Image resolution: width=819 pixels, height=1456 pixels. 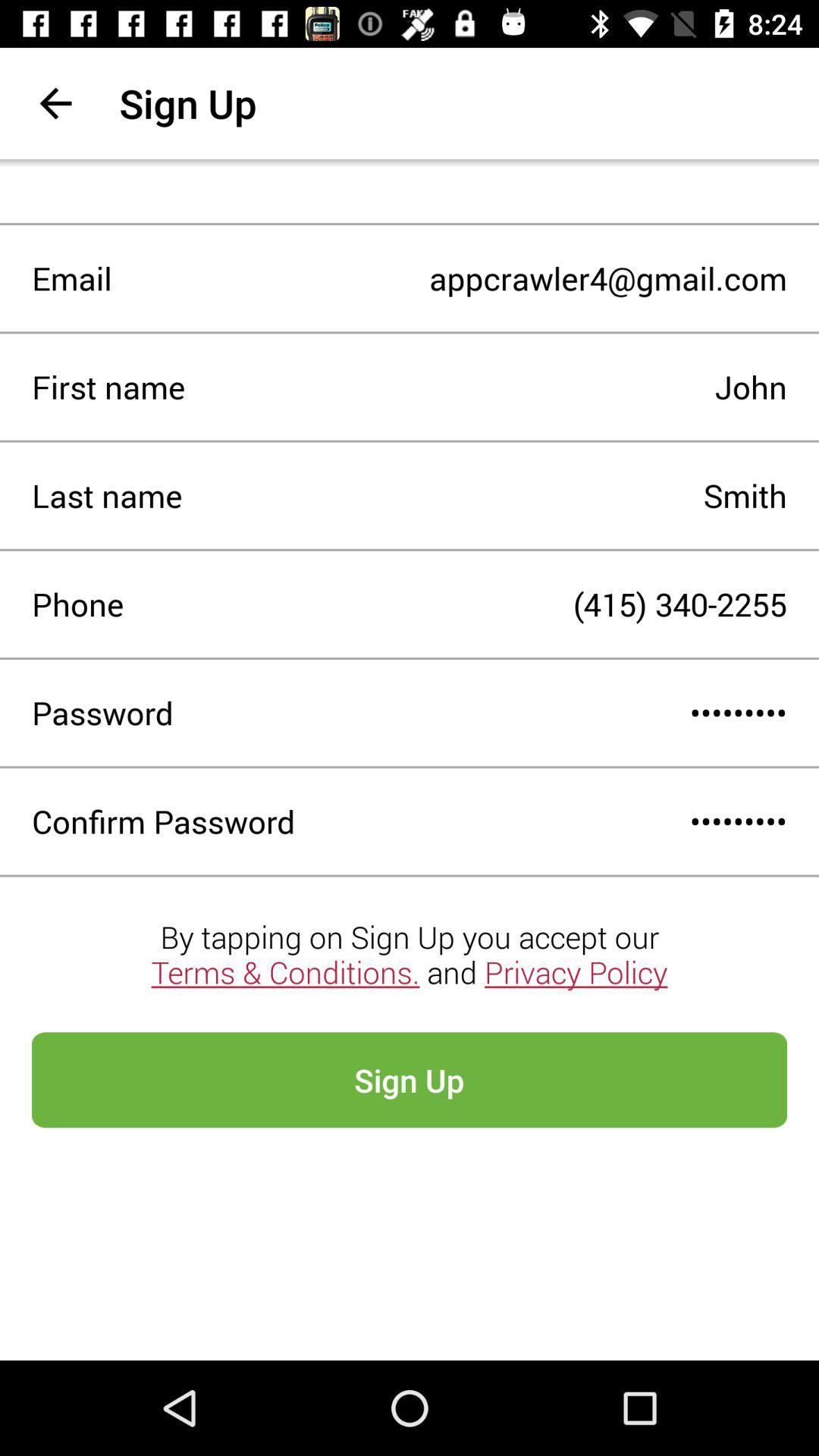 I want to click on the (415) 340-2255 item, so click(x=454, y=603).